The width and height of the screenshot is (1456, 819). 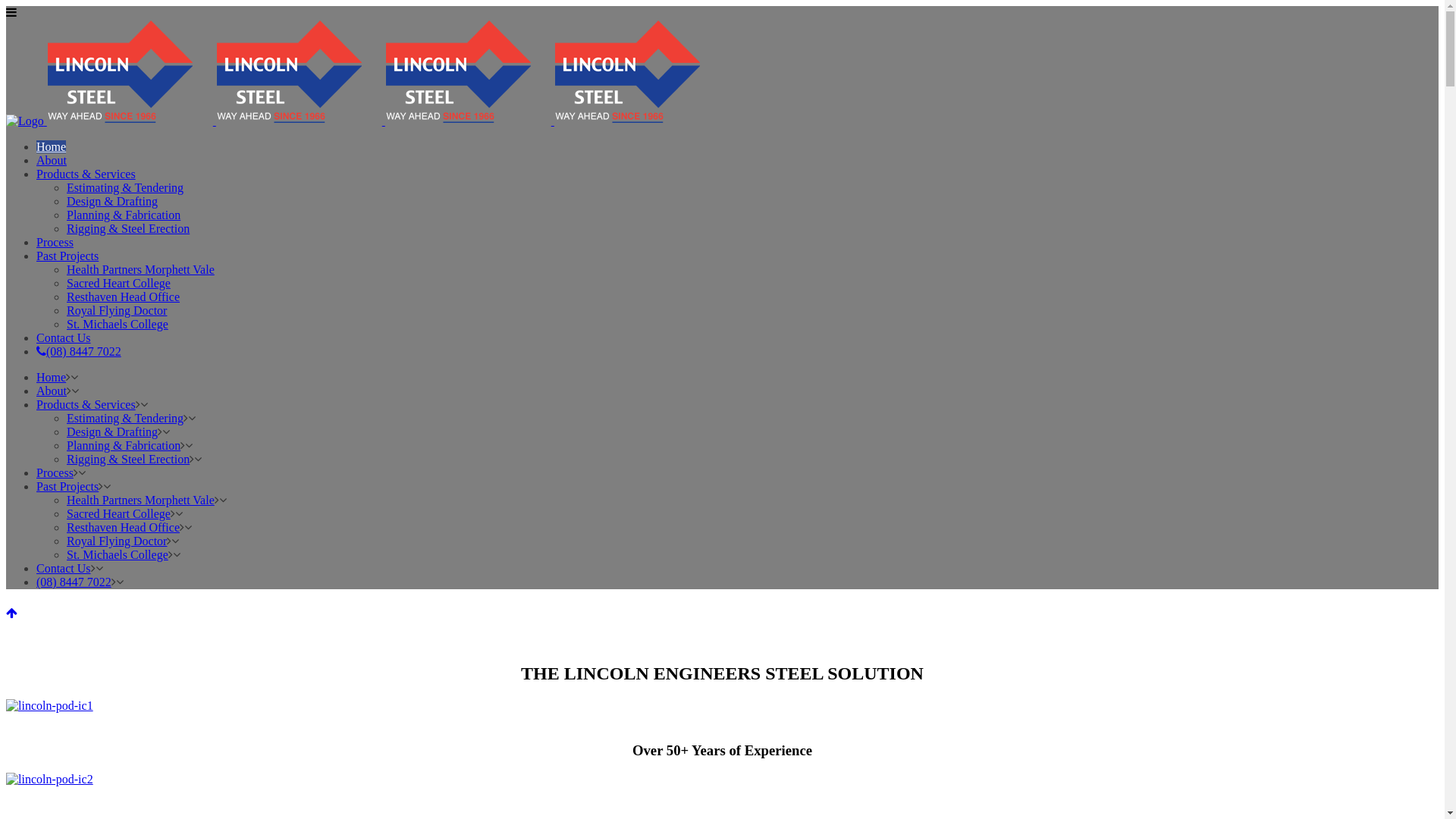 What do you see at coordinates (36, 403) in the screenshot?
I see `'Products & Services'` at bounding box center [36, 403].